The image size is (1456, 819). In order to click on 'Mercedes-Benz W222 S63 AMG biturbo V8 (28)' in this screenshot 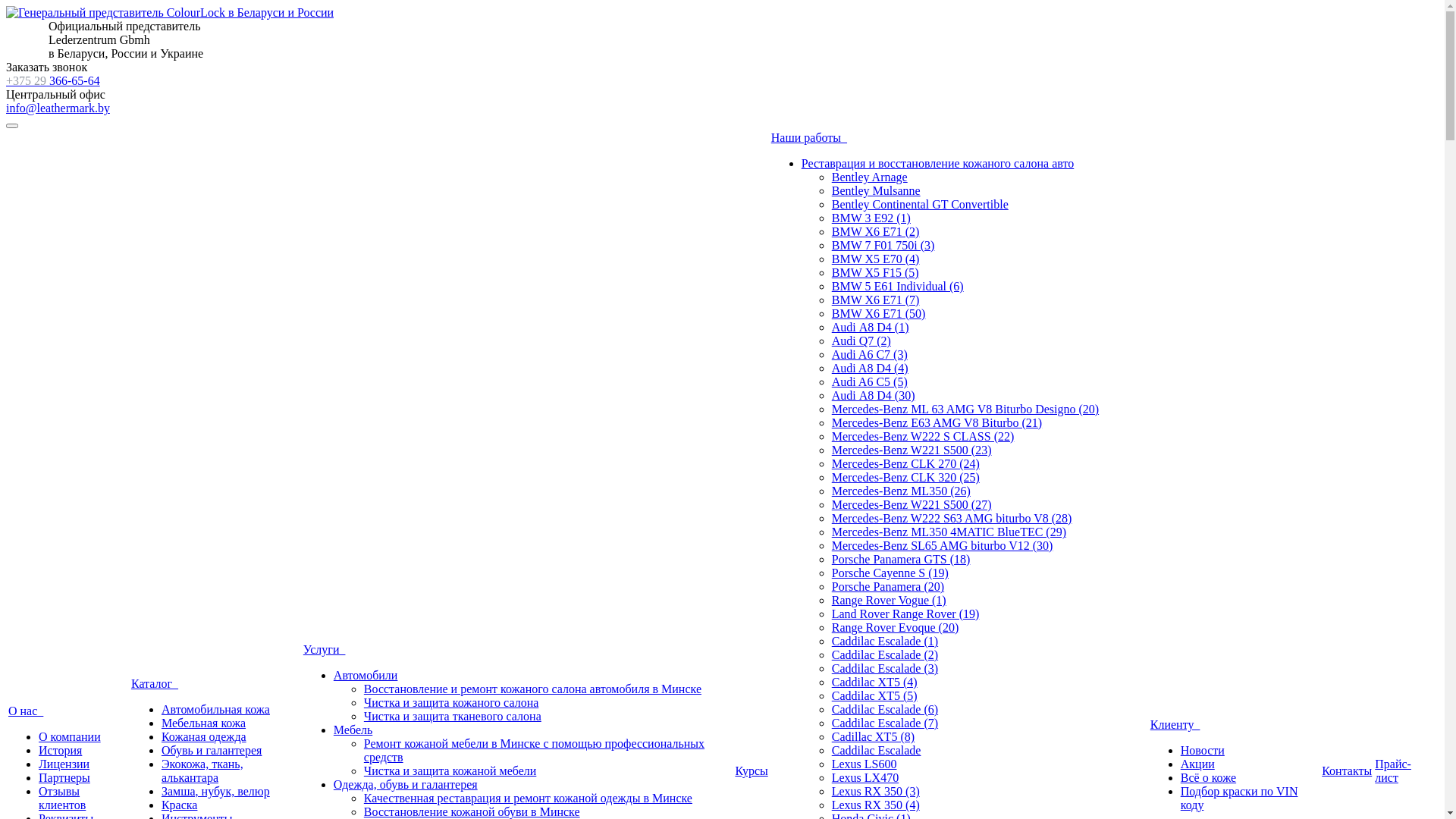, I will do `click(951, 517)`.